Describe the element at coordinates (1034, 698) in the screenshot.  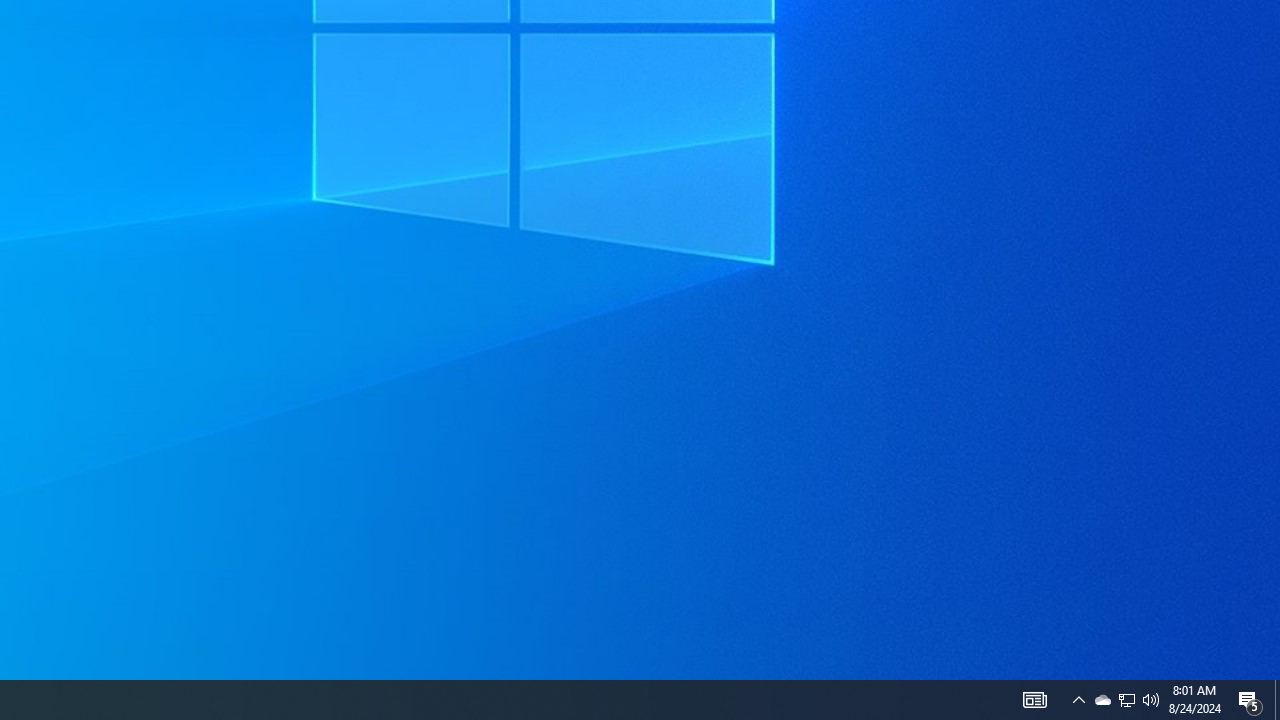
I see `'AutomationID: 4105'` at that location.